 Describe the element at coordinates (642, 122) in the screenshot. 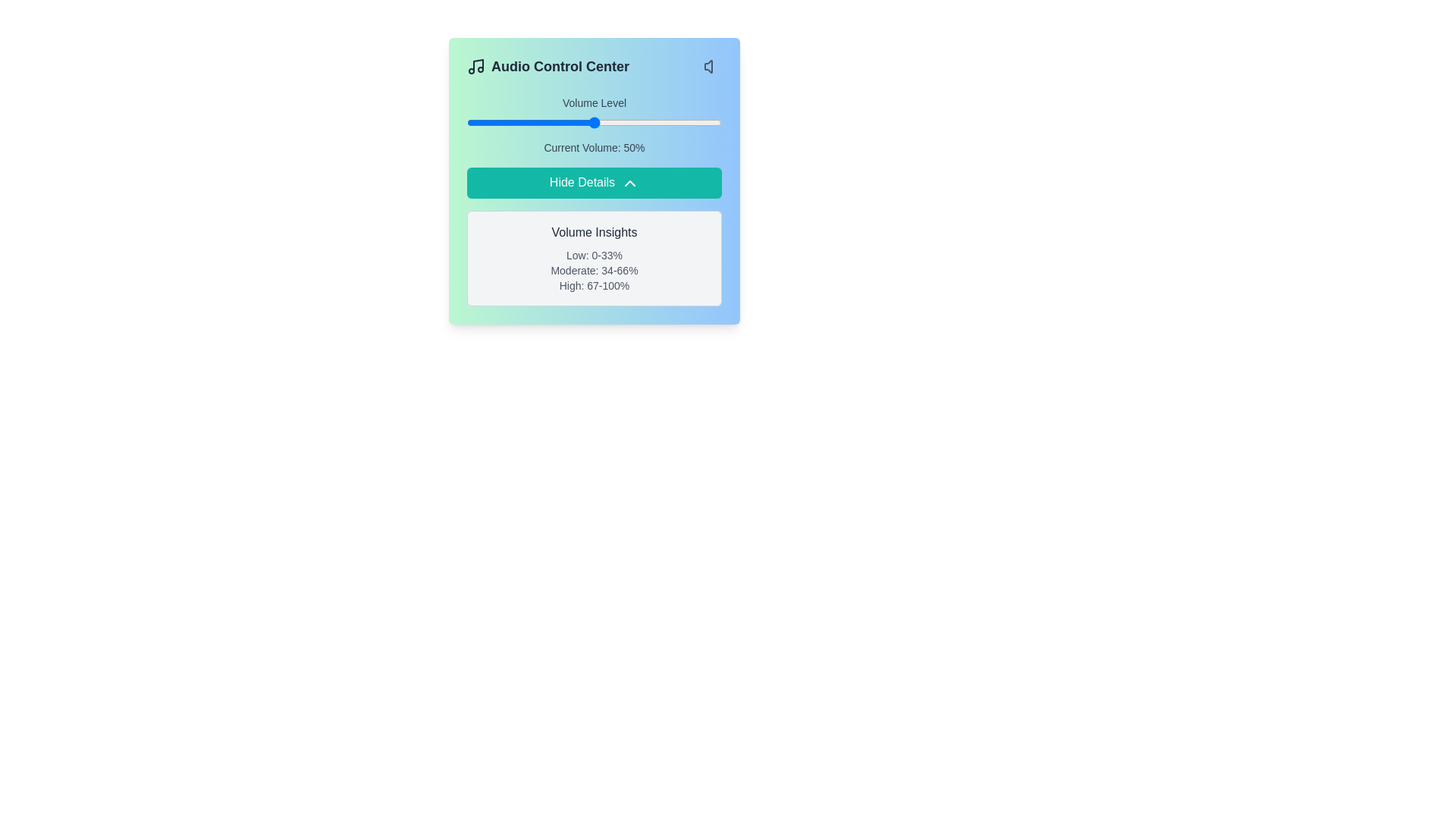

I see `the volume slider to set the volume to 69%` at that location.